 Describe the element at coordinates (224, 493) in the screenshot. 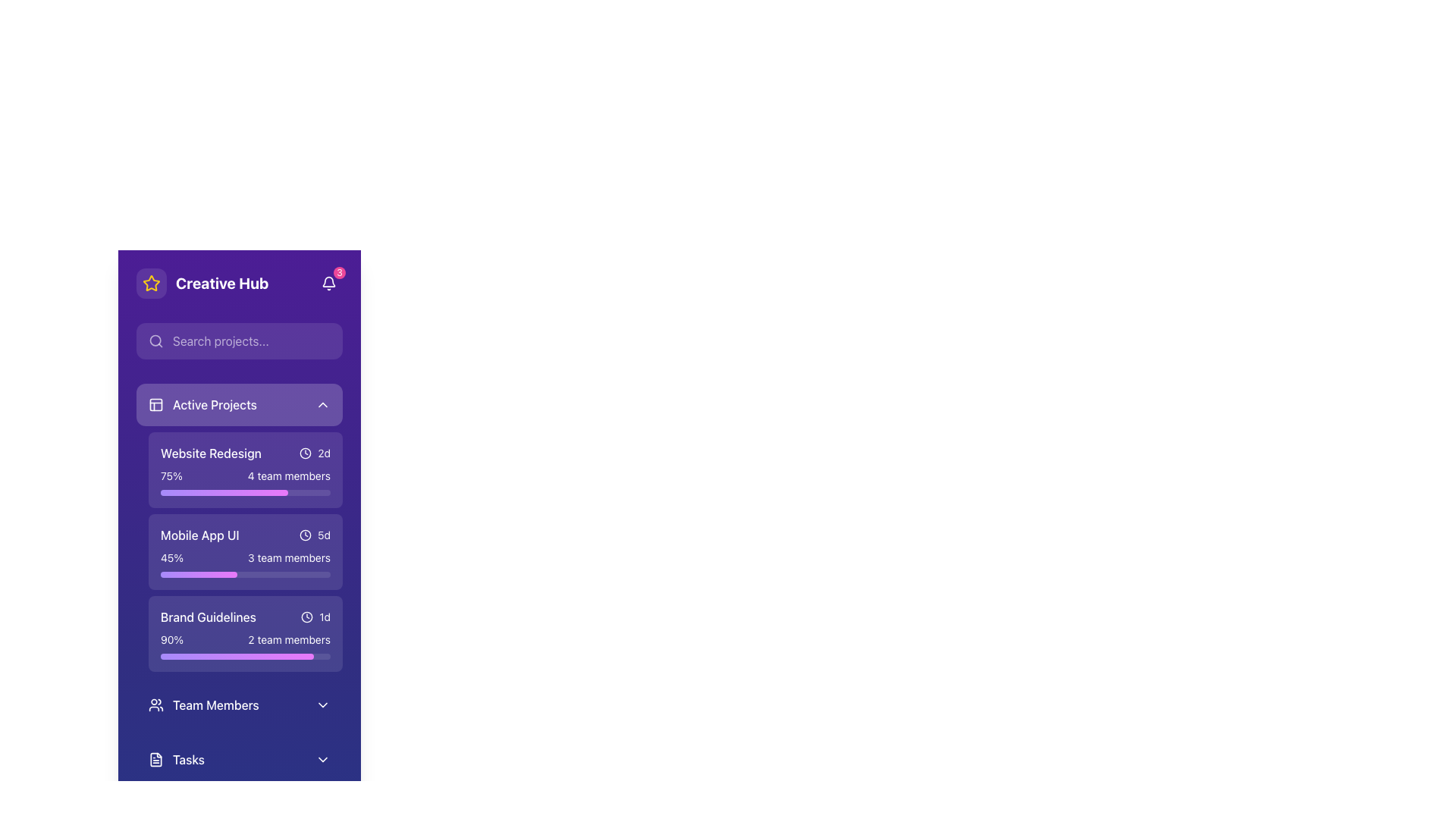

I see `completion percentage` at that location.